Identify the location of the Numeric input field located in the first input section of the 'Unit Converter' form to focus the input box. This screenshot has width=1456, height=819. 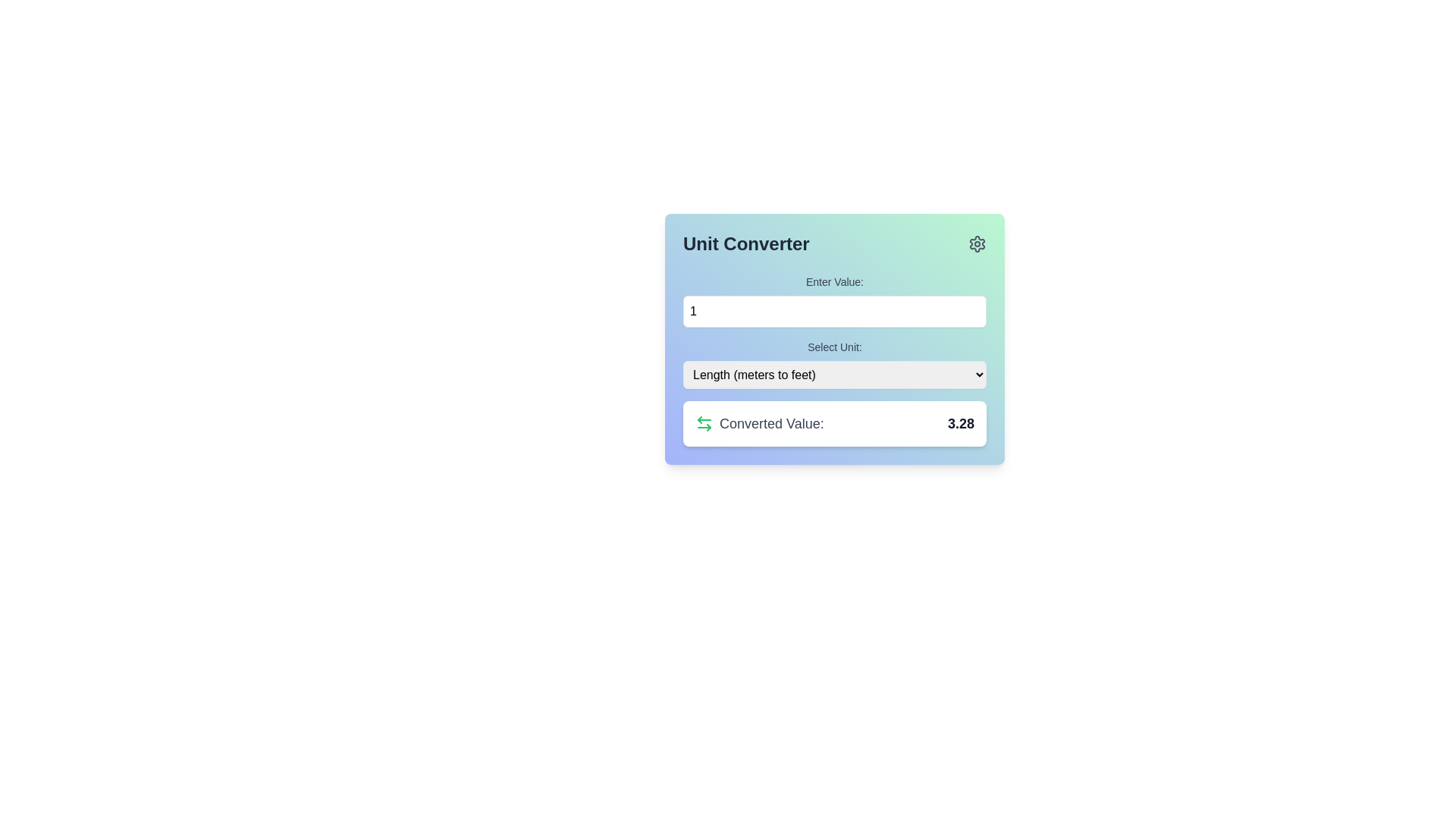
(833, 301).